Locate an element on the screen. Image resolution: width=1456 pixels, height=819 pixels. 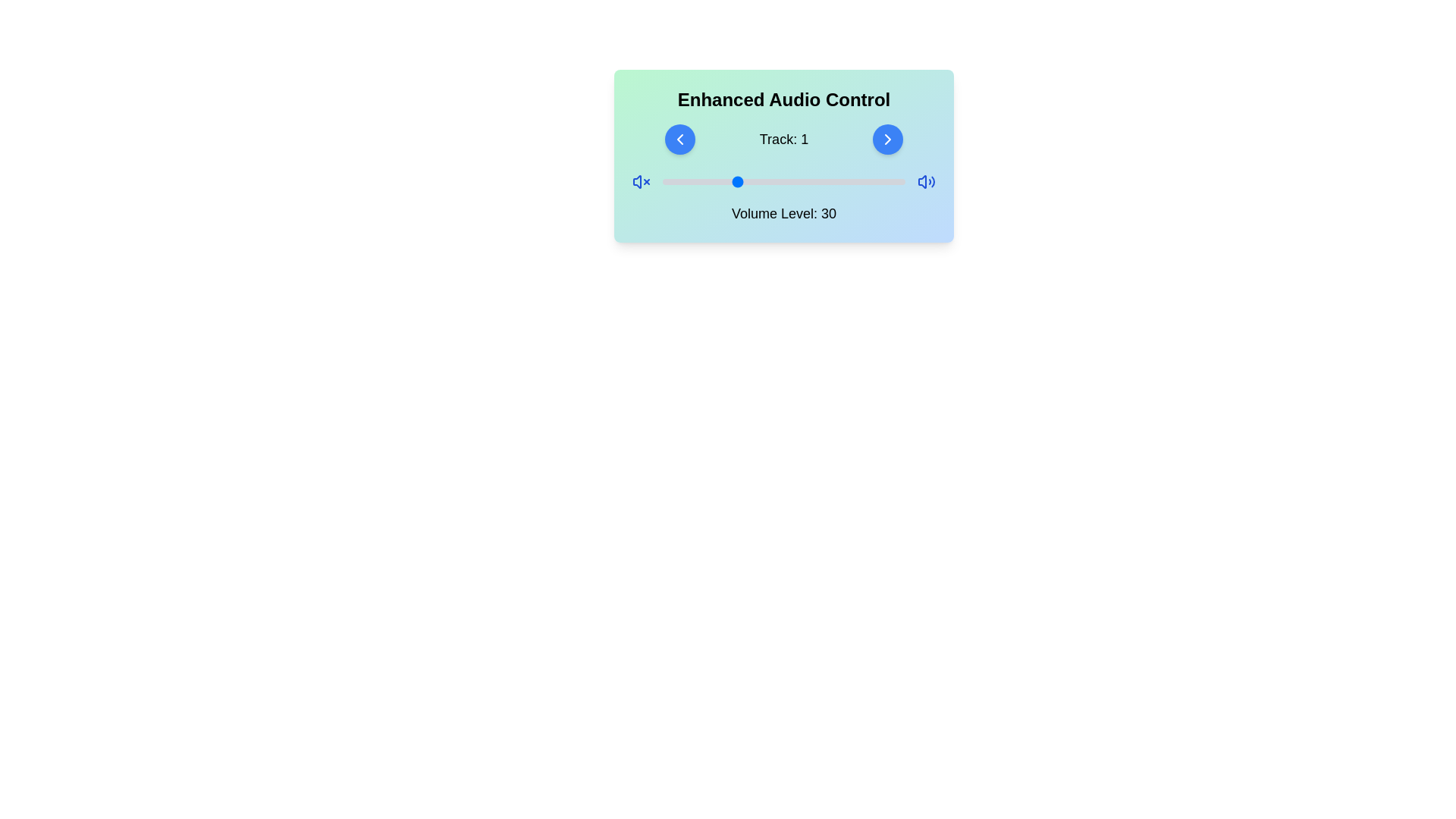
the volume slider to set the volume to 53% is located at coordinates (790, 180).